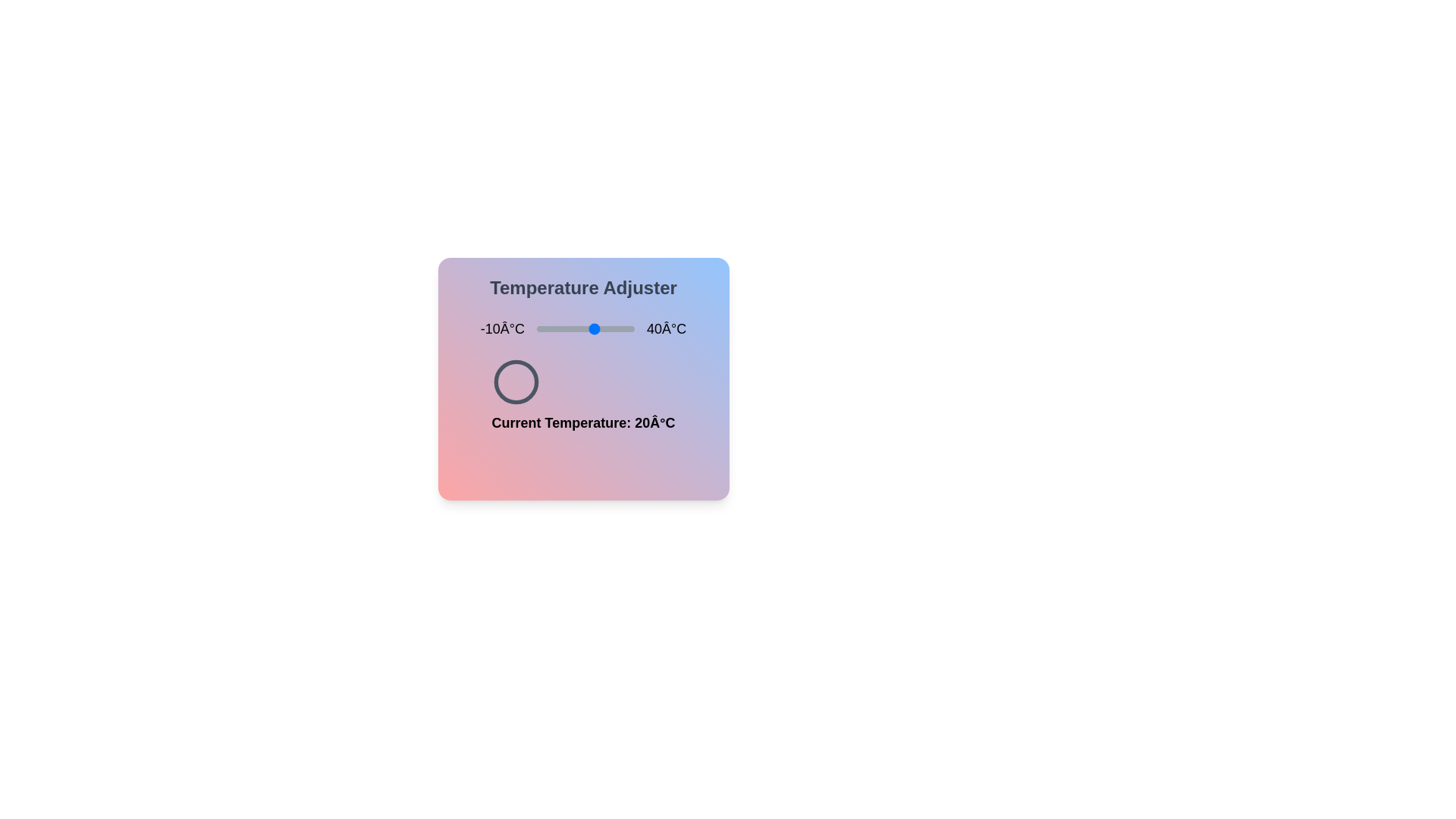  I want to click on the temperature to 5 degrees Celsius using the slider, so click(565, 328).